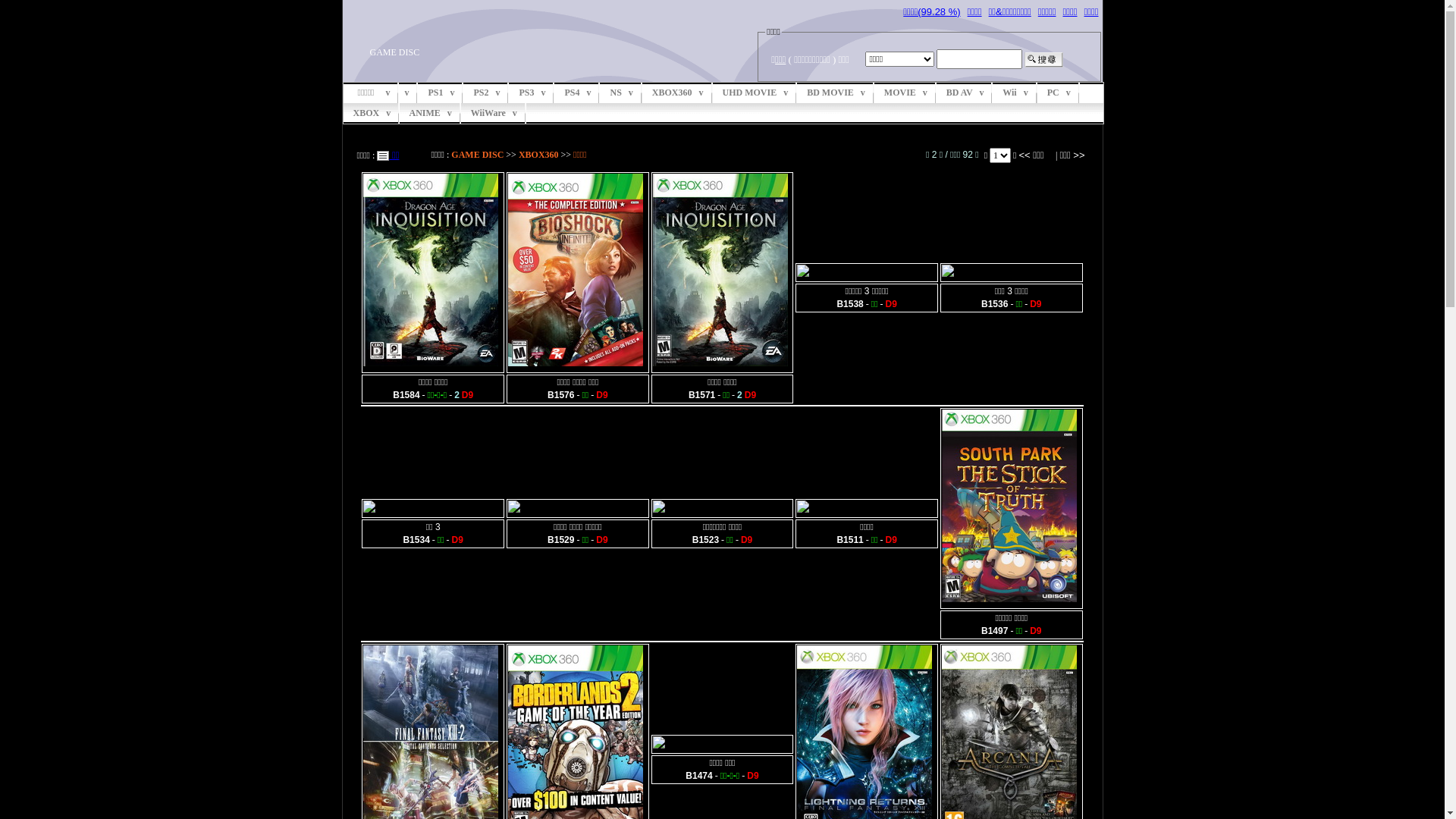 The image size is (1456, 819). Describe the element at coordinates (1058, 93) in the screenshot. I see `'  PC  '` at that location.